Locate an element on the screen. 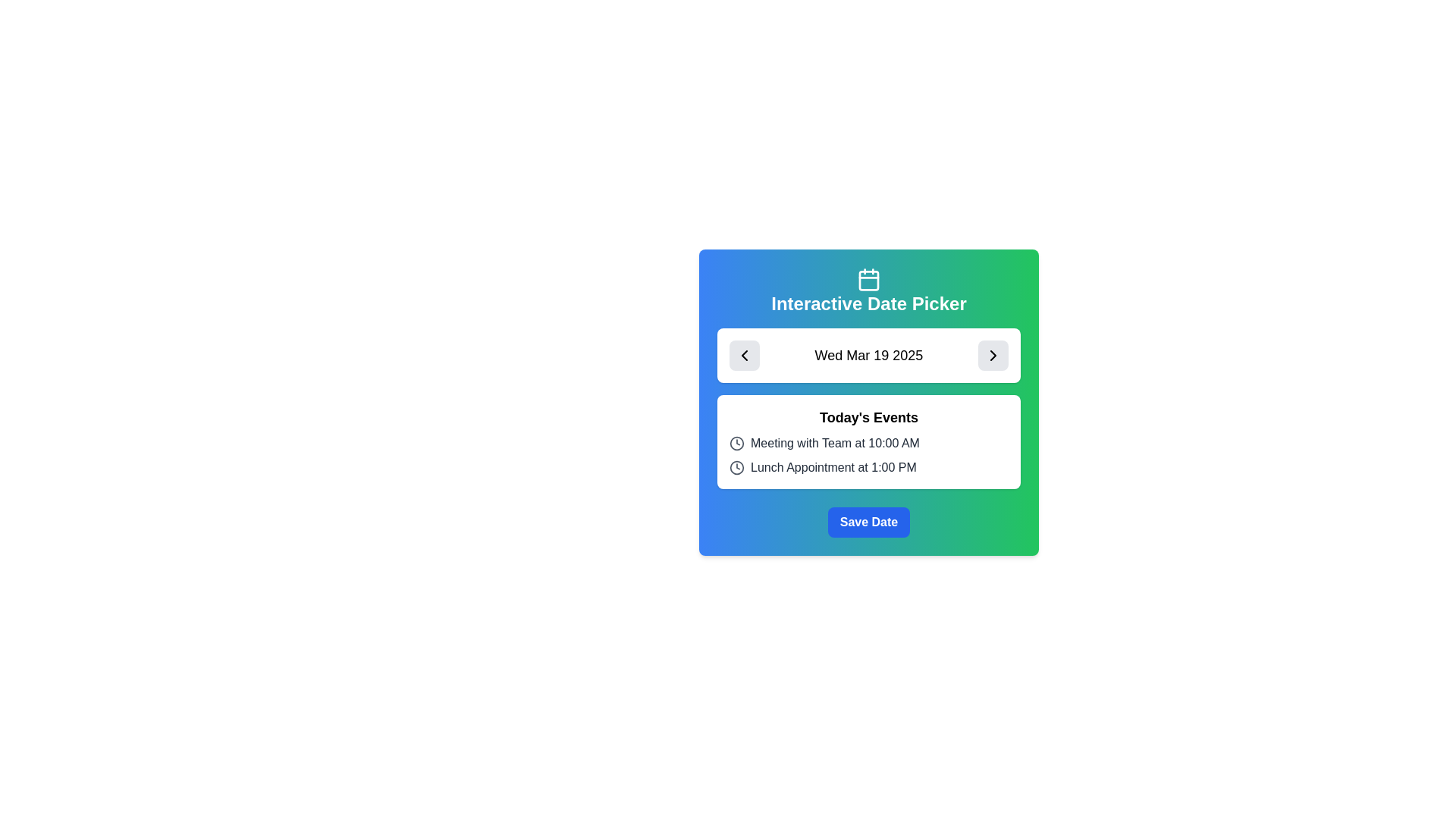  the text 'Lunch Appointment at 1:00 PM' is located at coordinates (833, 467).